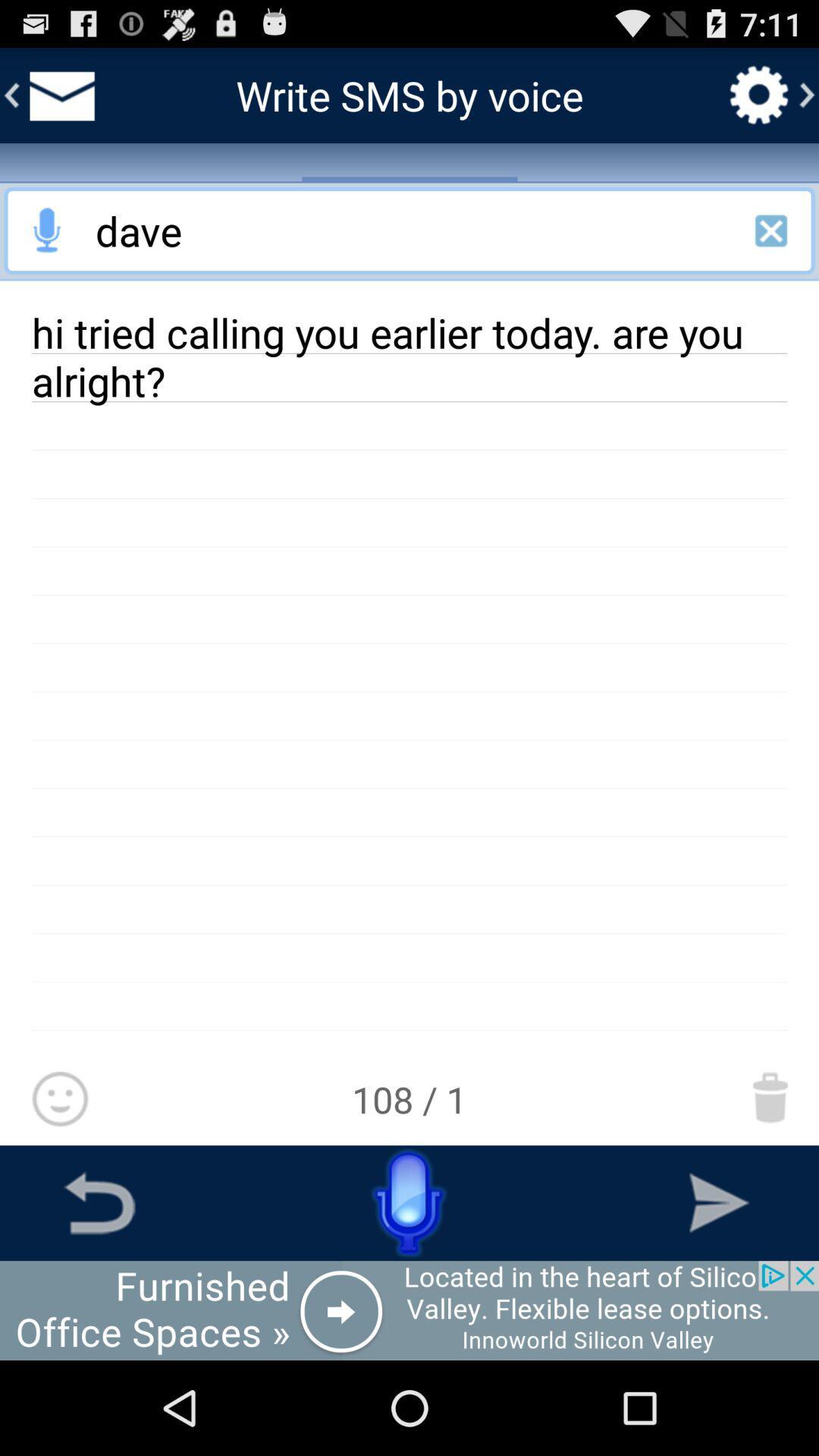  I want to click on exit, so click(771, 230).